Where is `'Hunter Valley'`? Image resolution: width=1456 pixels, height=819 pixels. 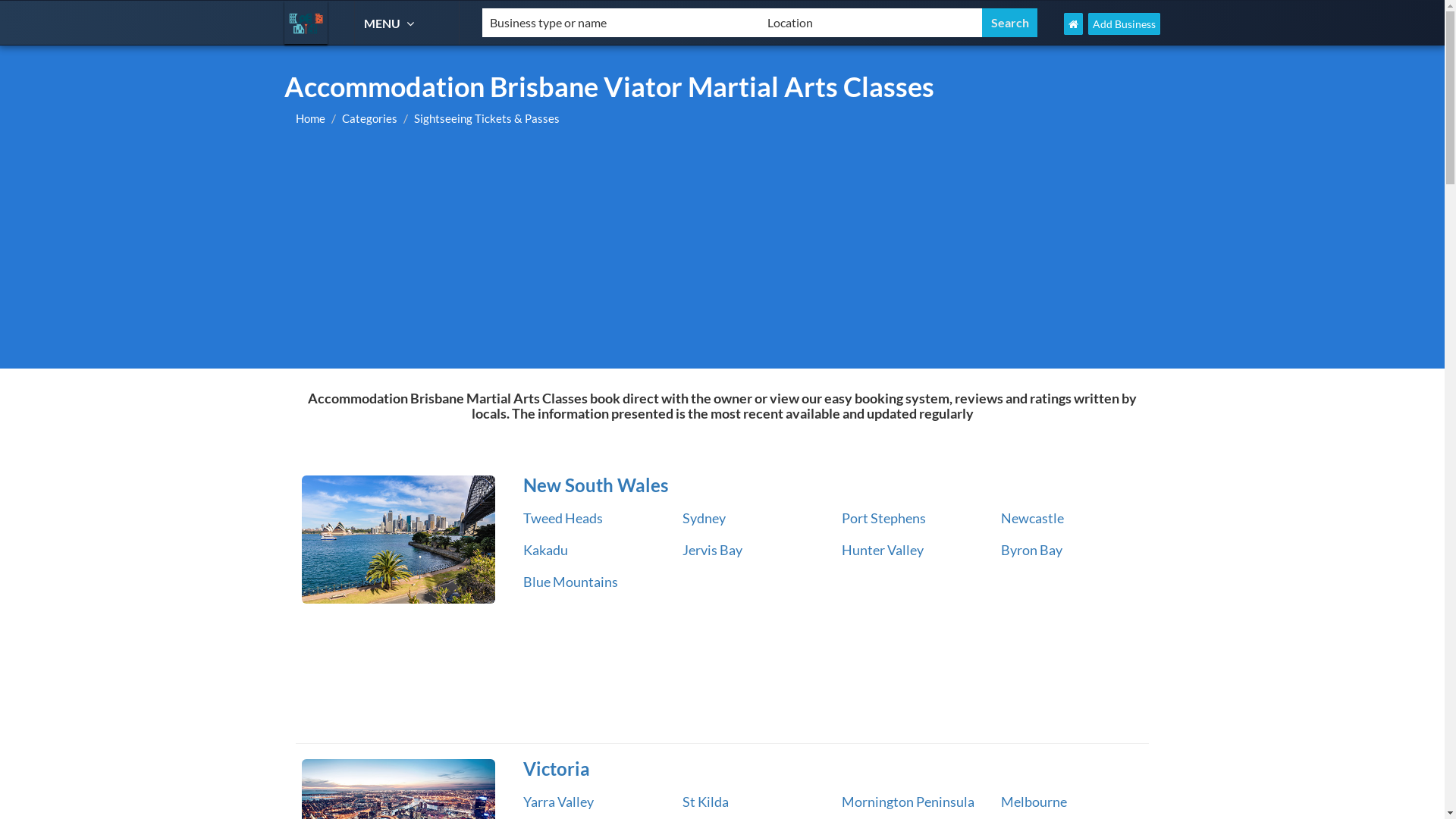 'Hunter Valley' is located at coordinates (882, 550).